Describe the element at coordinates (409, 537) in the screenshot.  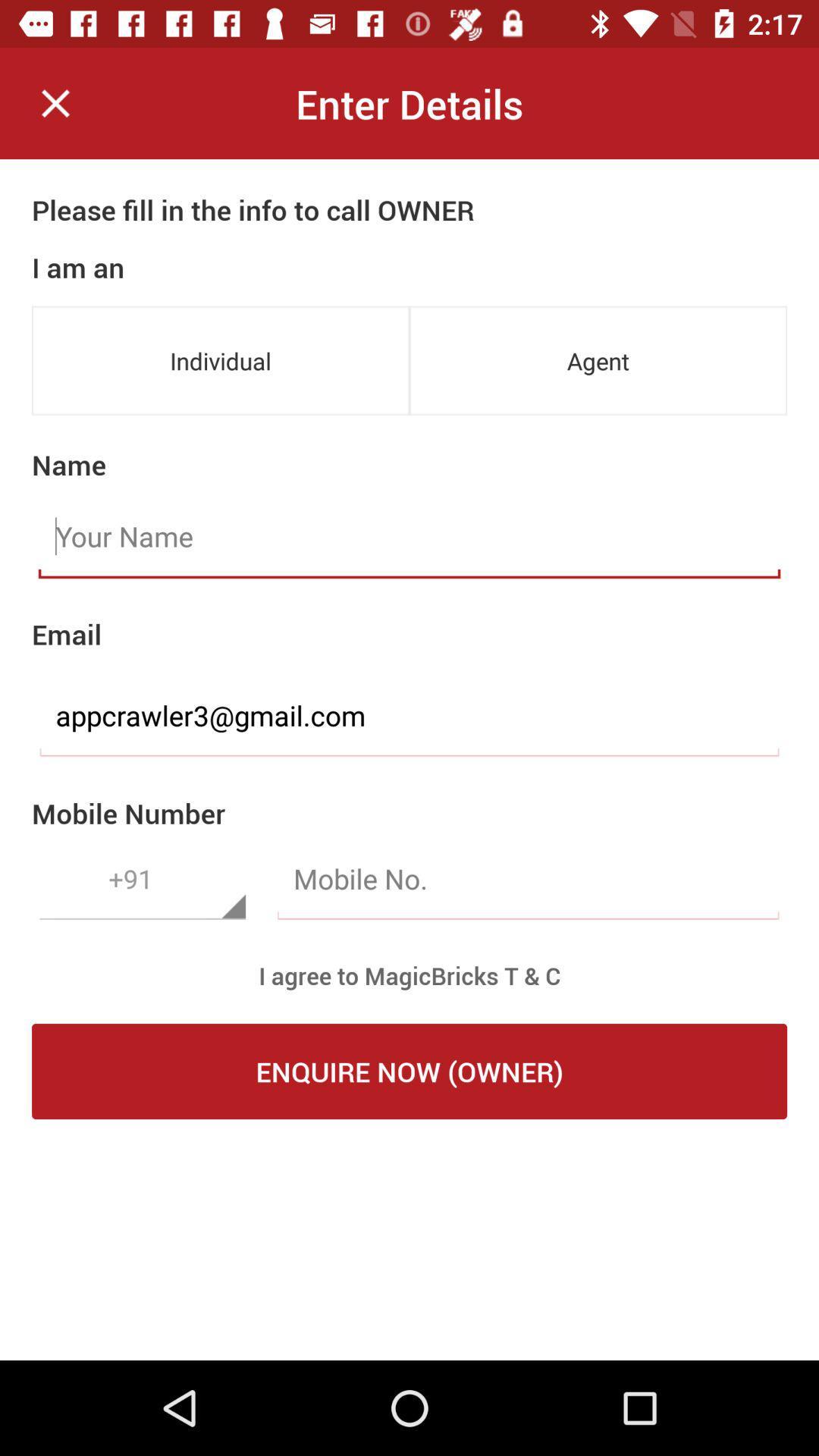
I see `input your name` at that location.